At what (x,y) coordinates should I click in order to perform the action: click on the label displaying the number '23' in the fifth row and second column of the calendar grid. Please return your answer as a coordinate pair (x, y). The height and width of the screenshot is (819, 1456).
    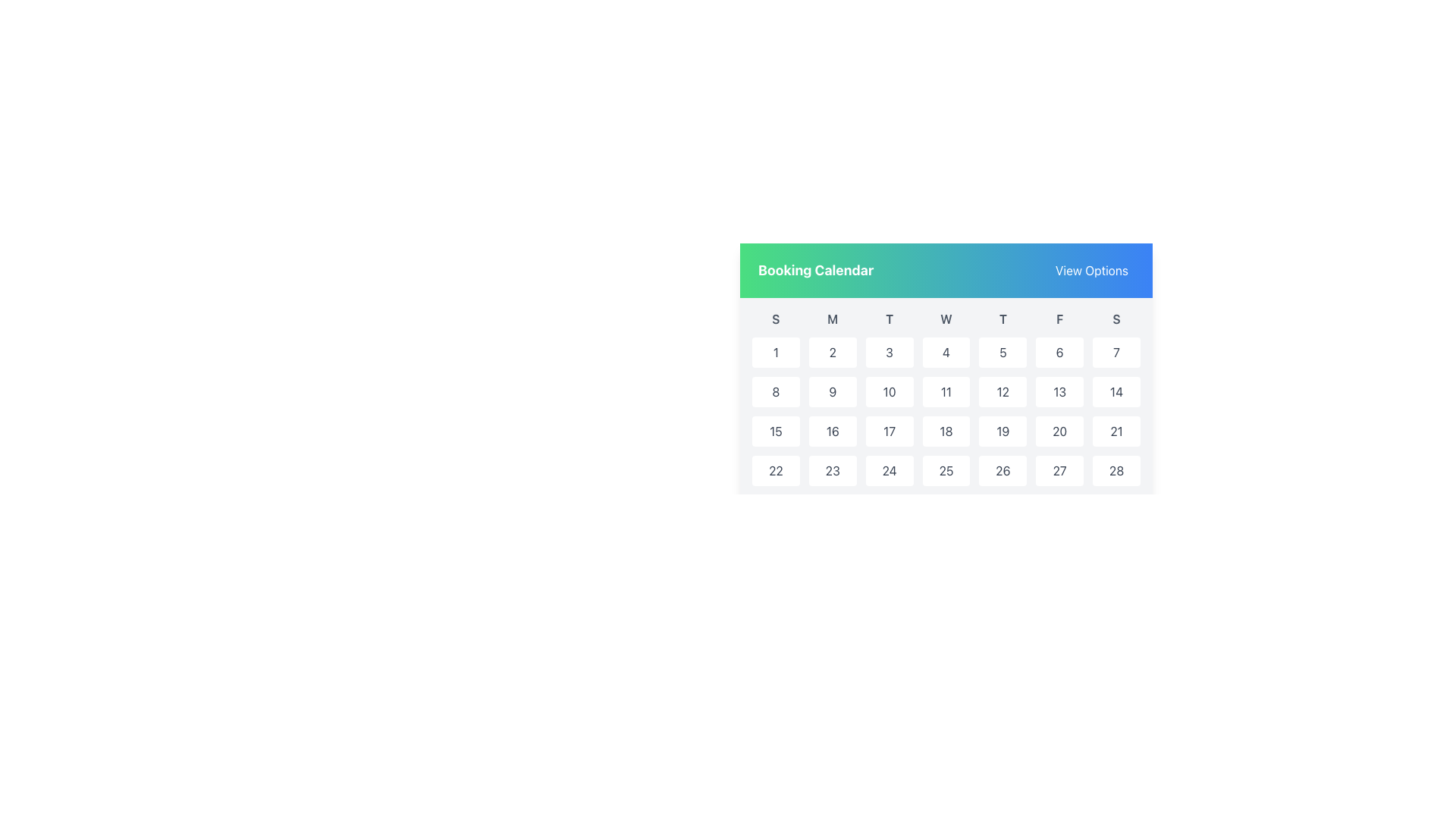
    Looking at the image, I should click on (832, 470).